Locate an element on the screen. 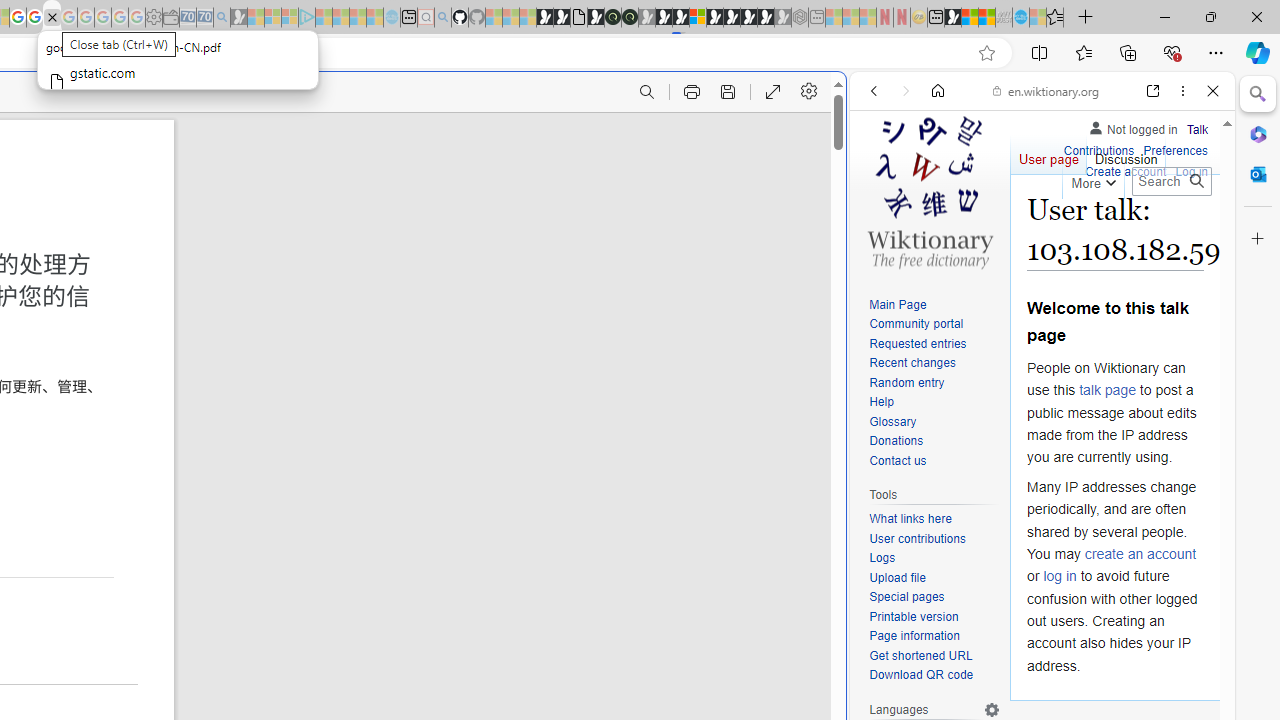  'Logs' is located at coordinates (934, 558).